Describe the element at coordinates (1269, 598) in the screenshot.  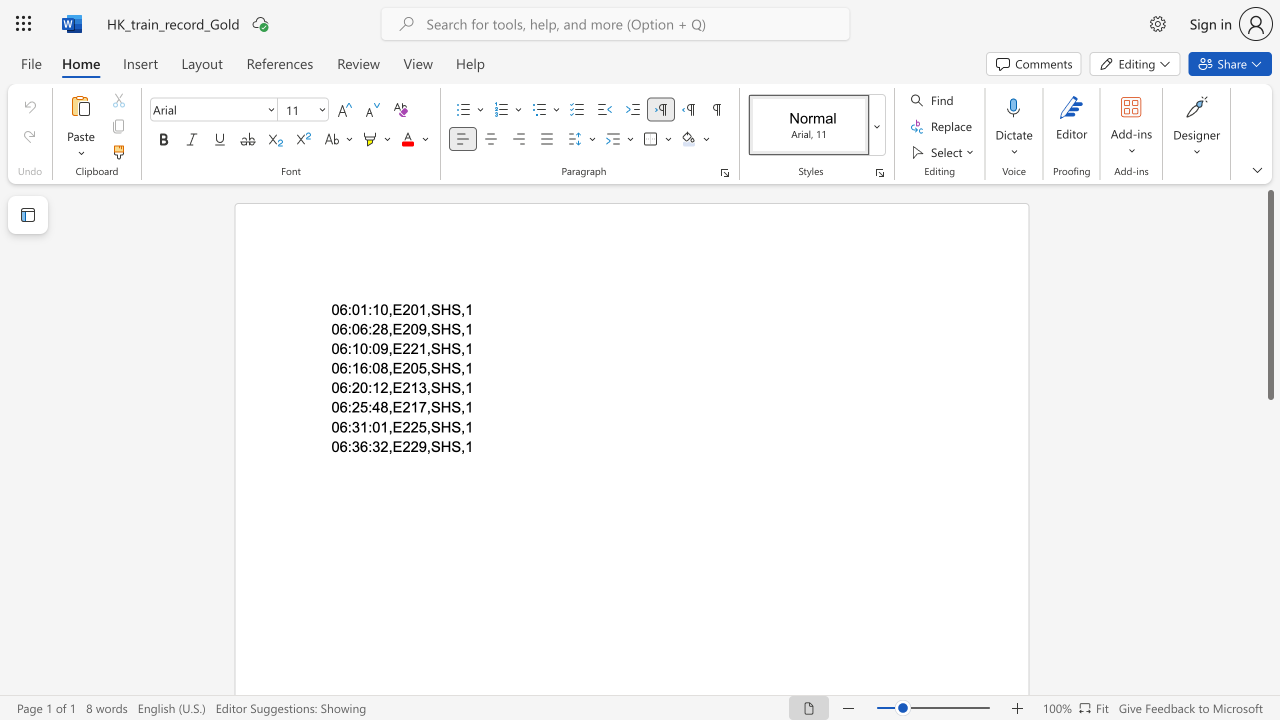
I see `the scrollbar to adjust the page downward` at that location.